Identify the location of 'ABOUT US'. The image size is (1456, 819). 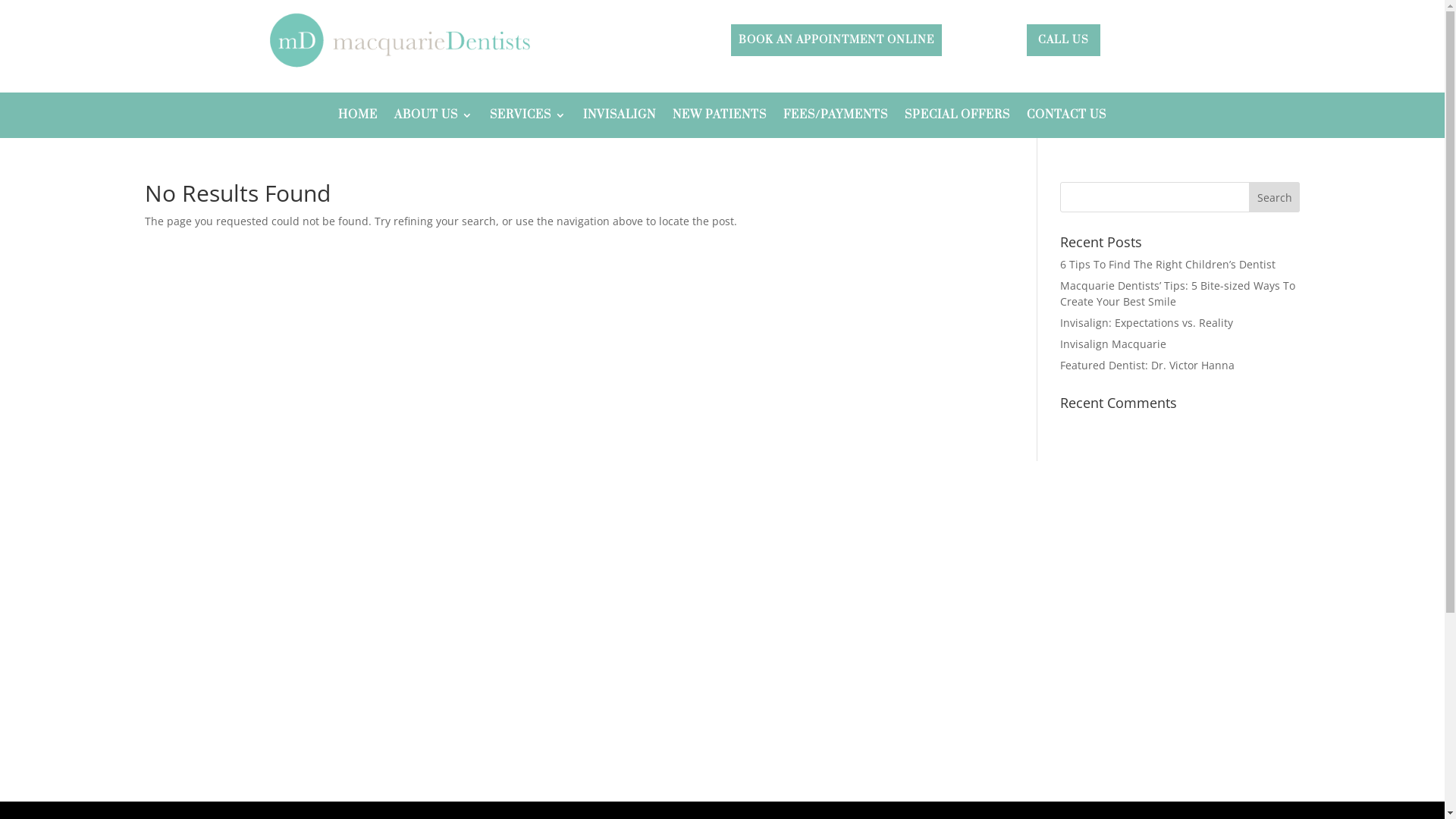
(394, 117).